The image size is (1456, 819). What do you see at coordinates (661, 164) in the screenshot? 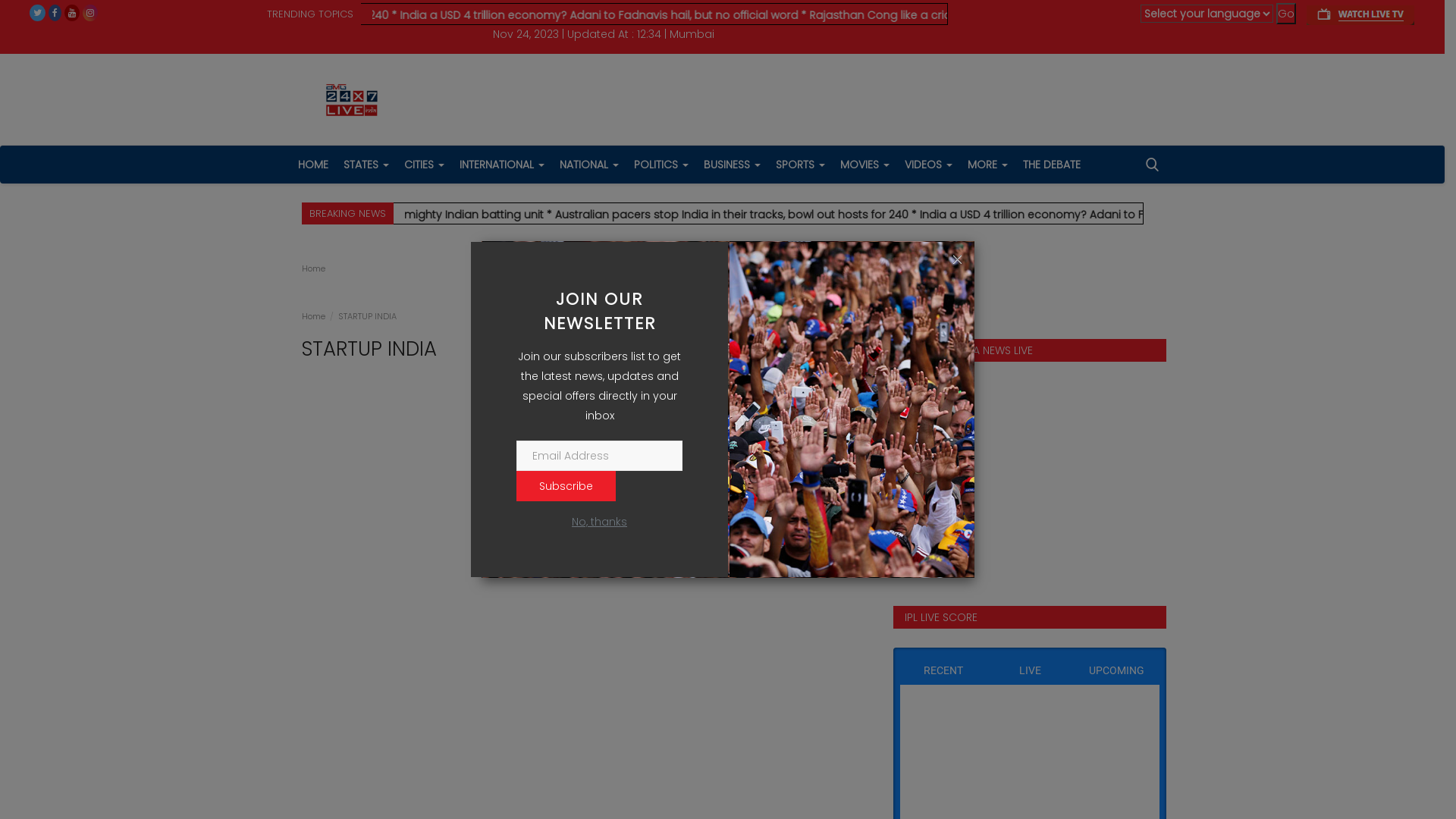
I see `'POLITICS'` at bounding box center [661, 164].